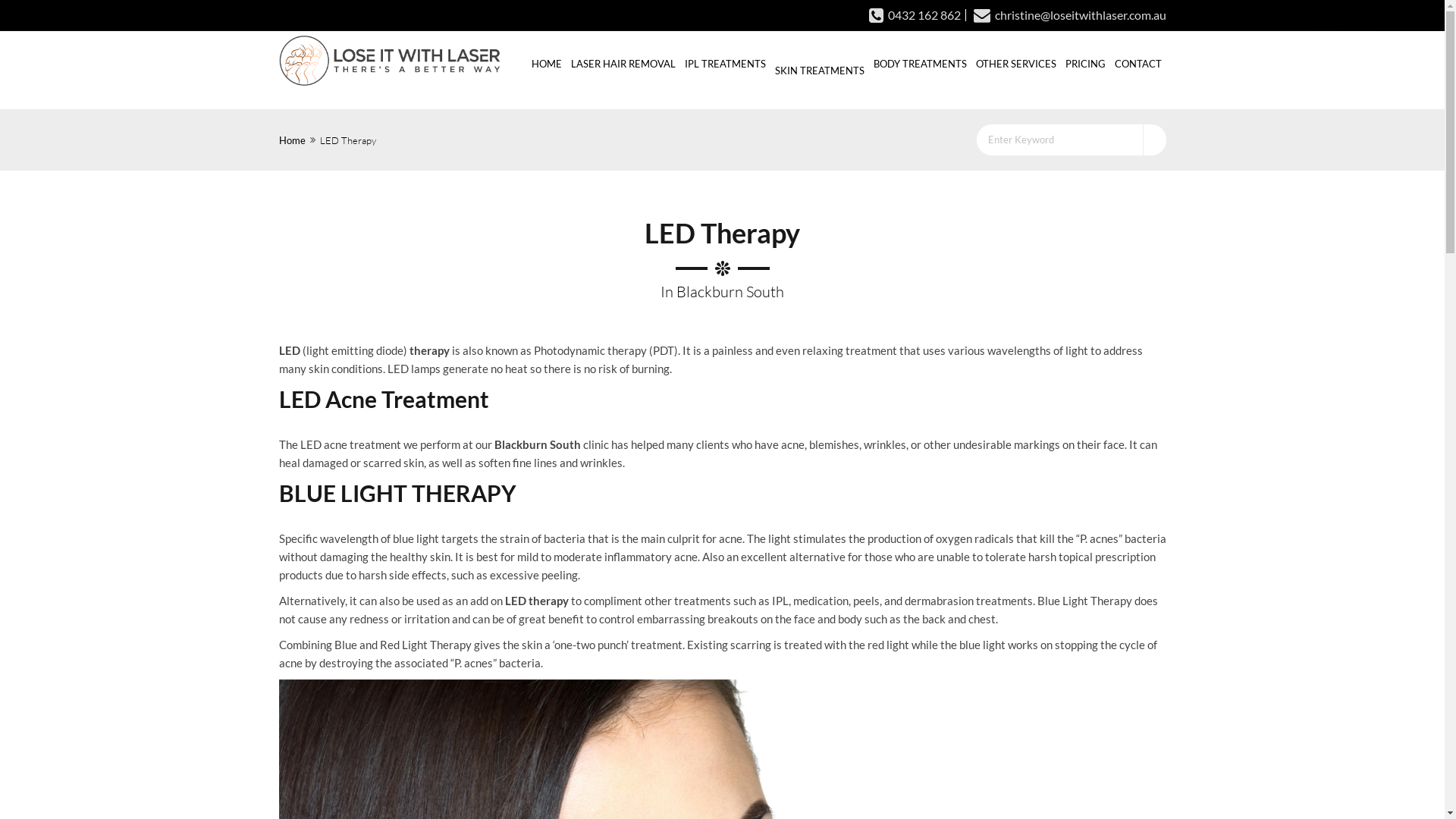 Image resolution: width=1456 pixels, height=819 pixels. Describe the element at coordinates (390, 61) in the screenshot. I see `'Lose It With Laser'` at that location.